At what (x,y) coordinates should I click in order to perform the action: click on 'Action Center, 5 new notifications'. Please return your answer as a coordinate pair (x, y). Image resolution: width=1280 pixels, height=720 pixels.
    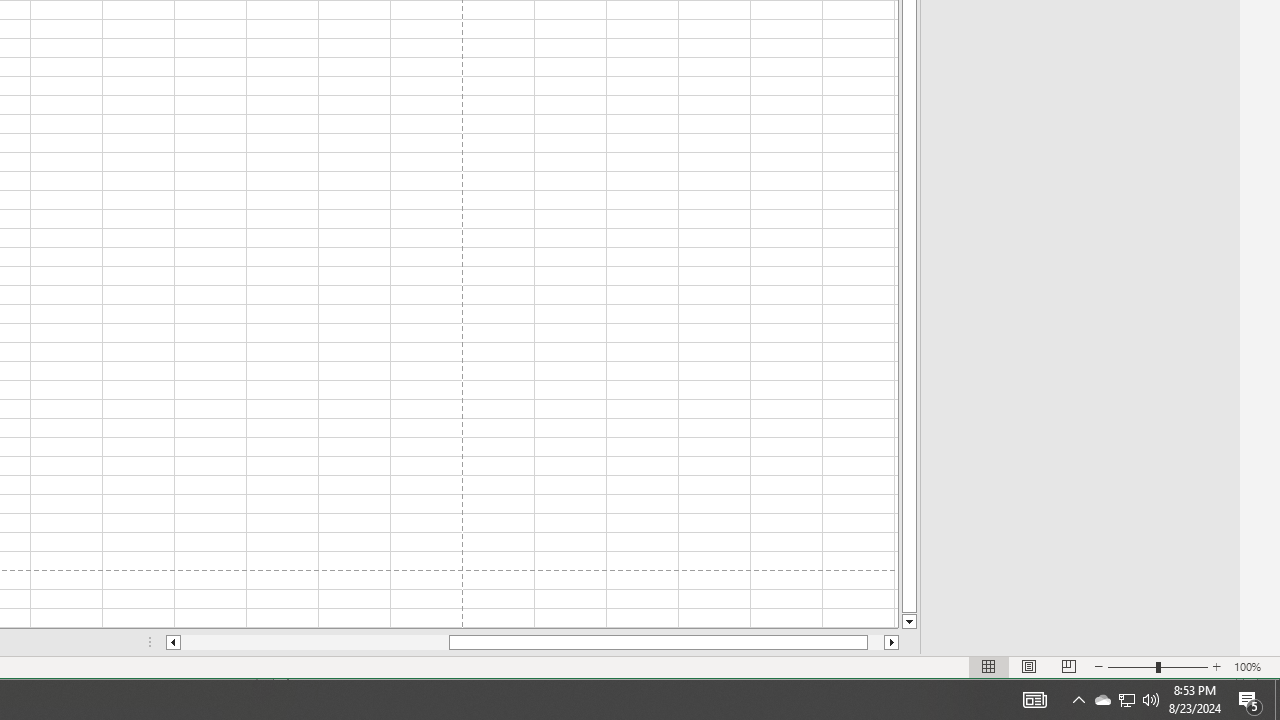
    Looking at the image, I should click on (1250, 698).